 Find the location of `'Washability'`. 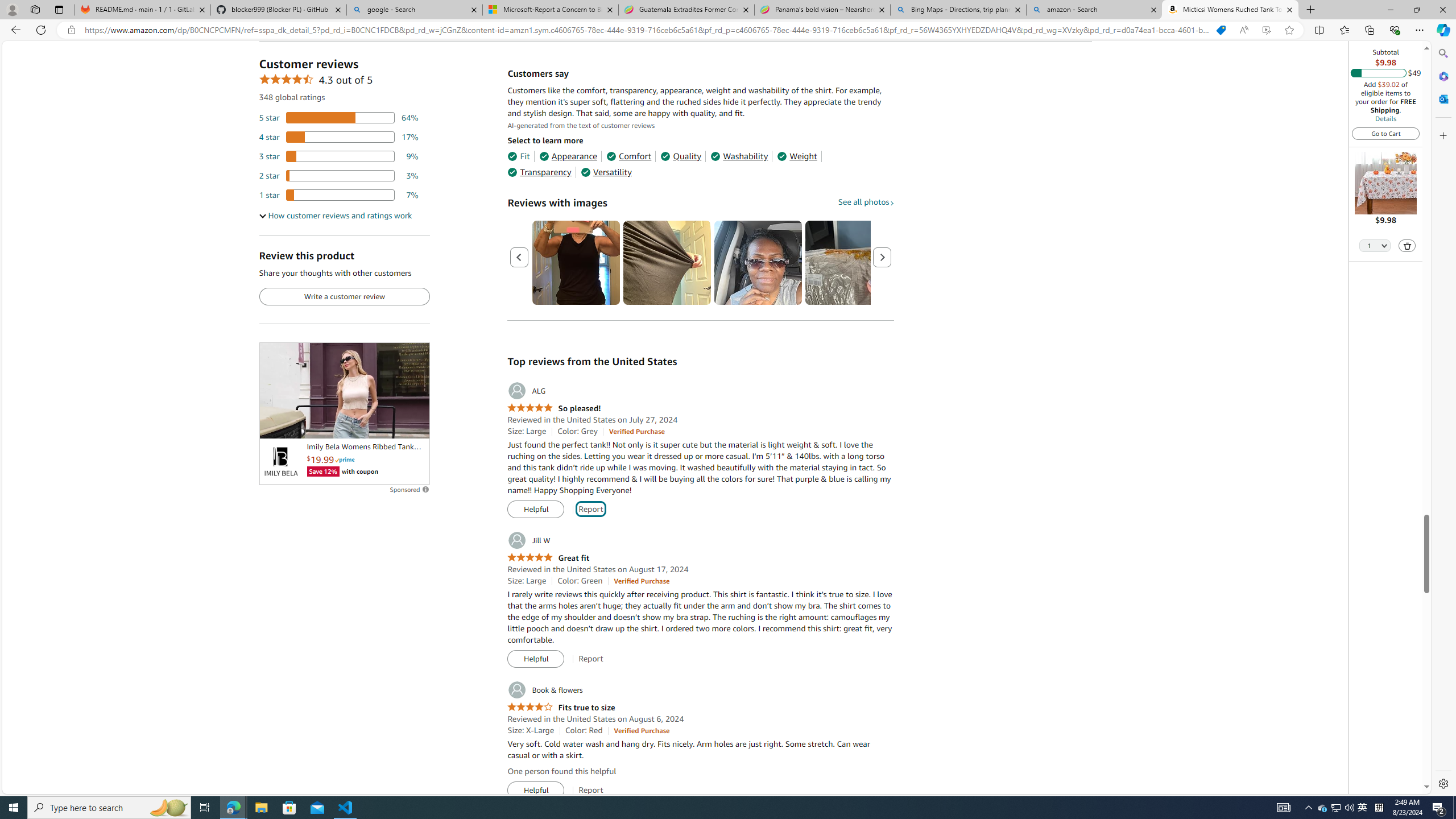

'Washability' is located at coordinates (739, 156).